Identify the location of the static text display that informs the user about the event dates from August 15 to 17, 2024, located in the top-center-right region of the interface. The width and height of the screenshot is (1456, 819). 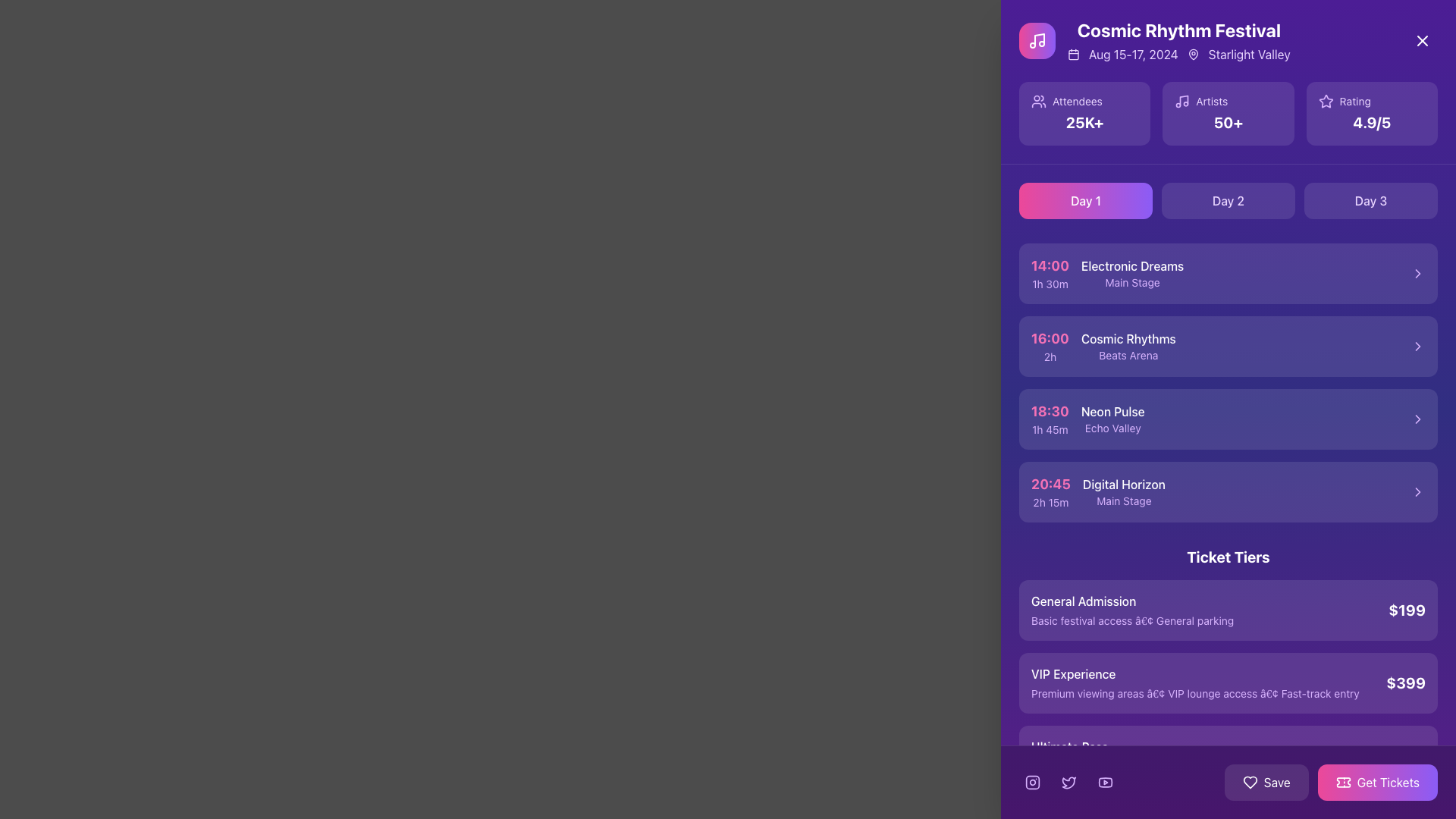
(1133, 54).